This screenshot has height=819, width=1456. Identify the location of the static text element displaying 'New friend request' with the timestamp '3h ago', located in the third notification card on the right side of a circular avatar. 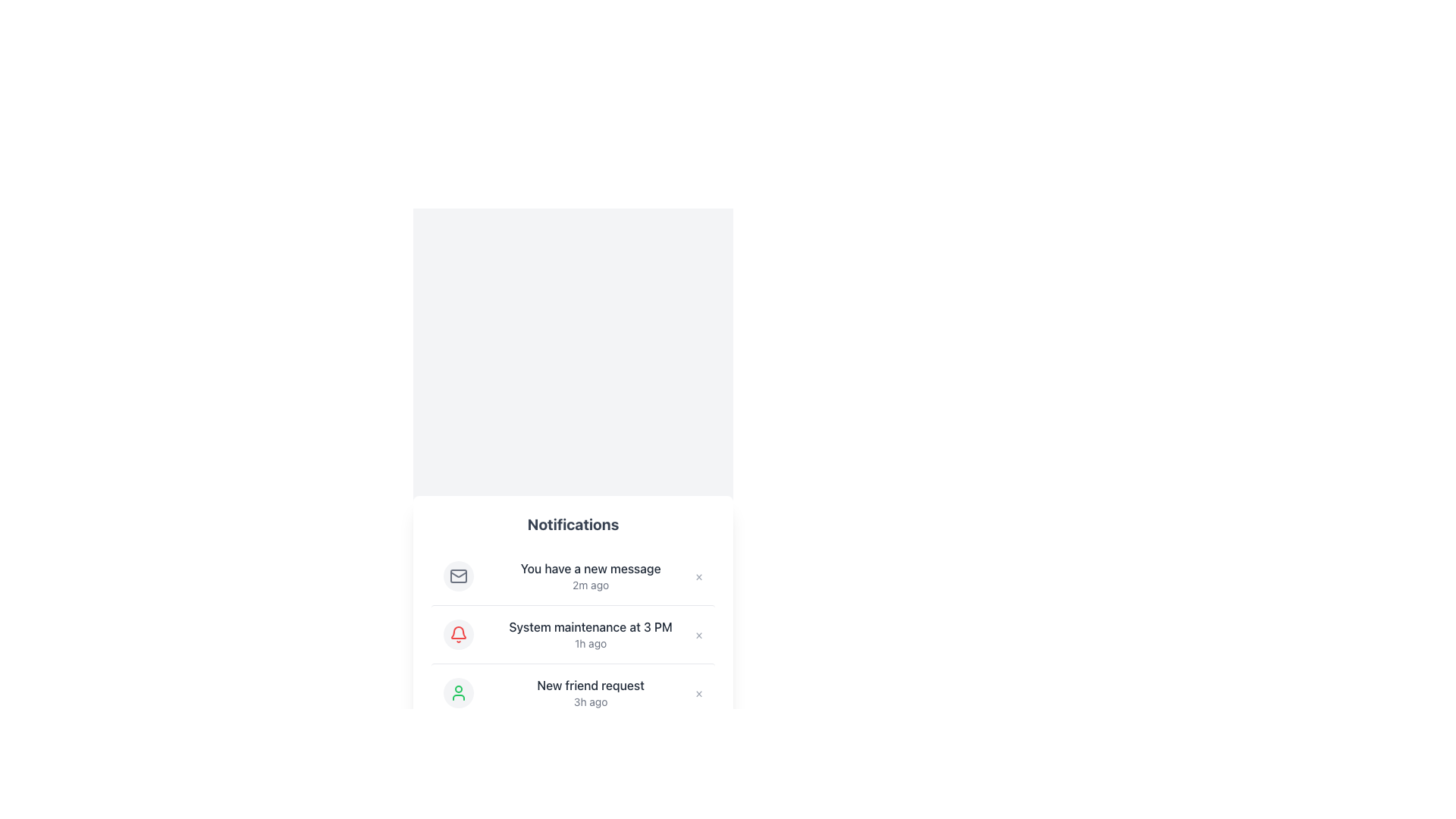
(590, 693).